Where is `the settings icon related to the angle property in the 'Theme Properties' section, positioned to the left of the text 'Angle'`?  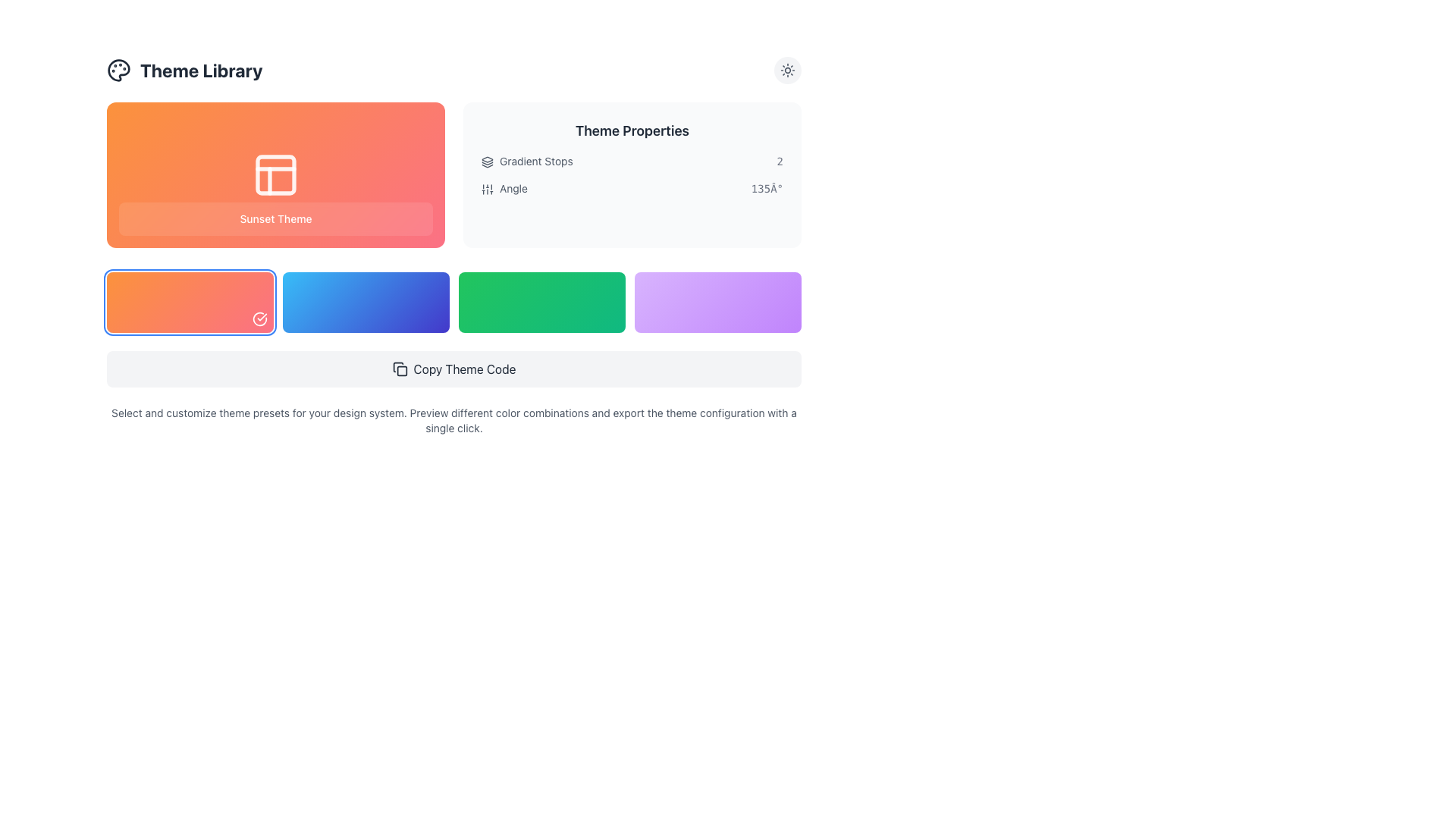 the settings icon related to the angle property in the 'Theme Properties' section, positioned to the left of the text 'Angle' is located at coordinates (488, 189).